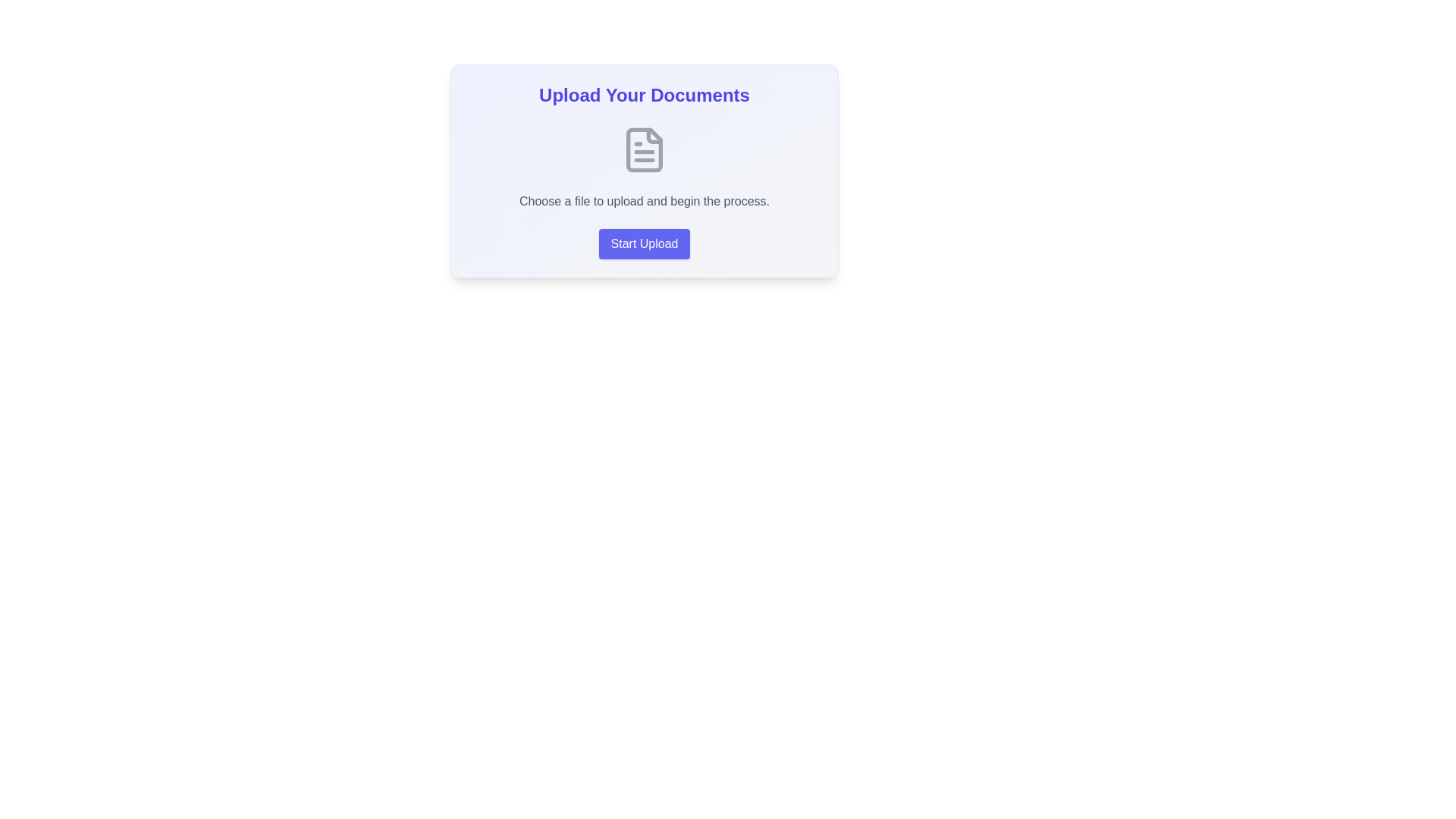  I want to click on the upload button located at the bottom of the card to observe its hover-specific styling, so click(644, 243).